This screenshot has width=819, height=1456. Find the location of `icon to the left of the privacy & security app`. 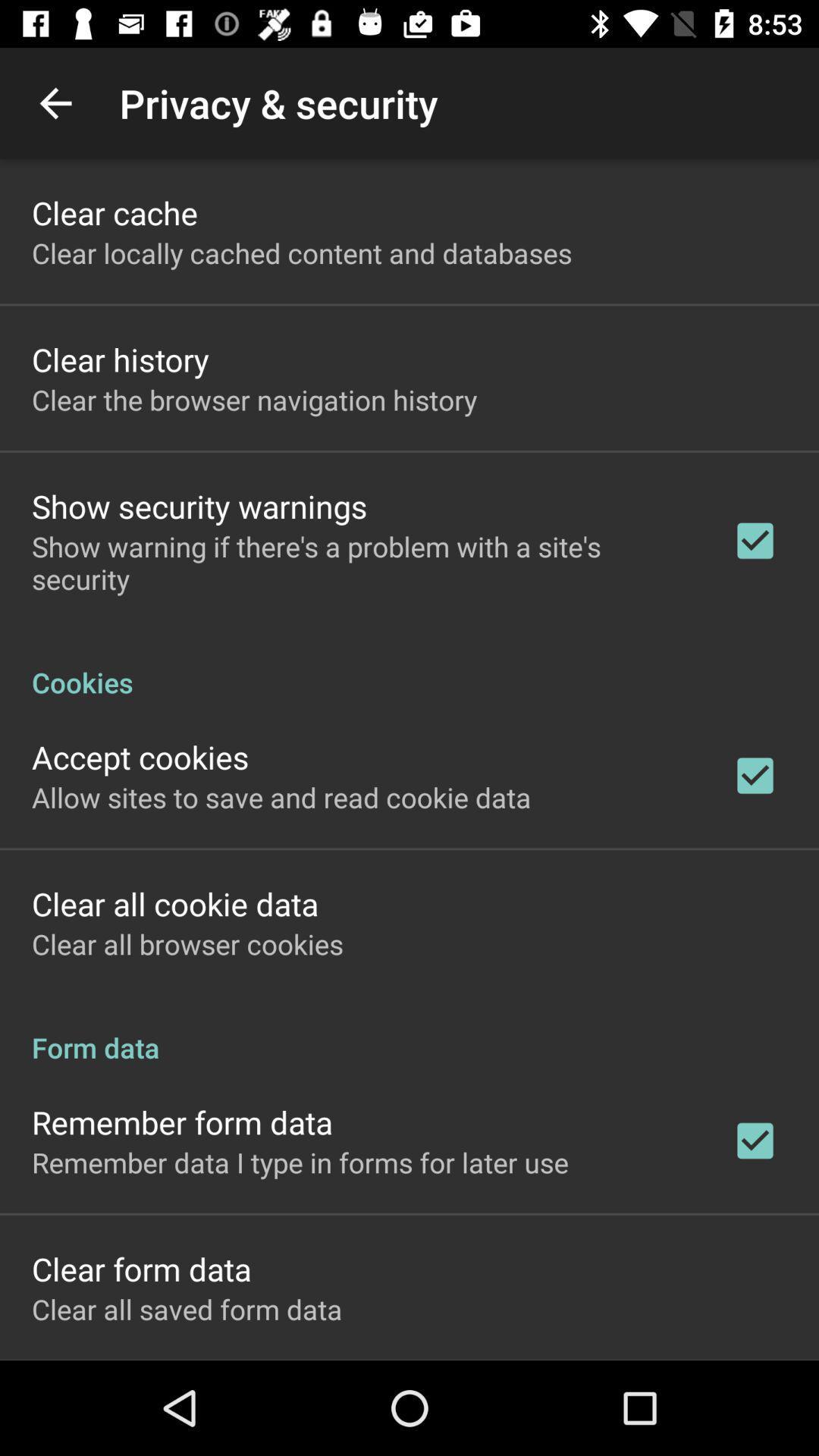

icon to the left of the privacy & security app is located at coordinates (55, 102).